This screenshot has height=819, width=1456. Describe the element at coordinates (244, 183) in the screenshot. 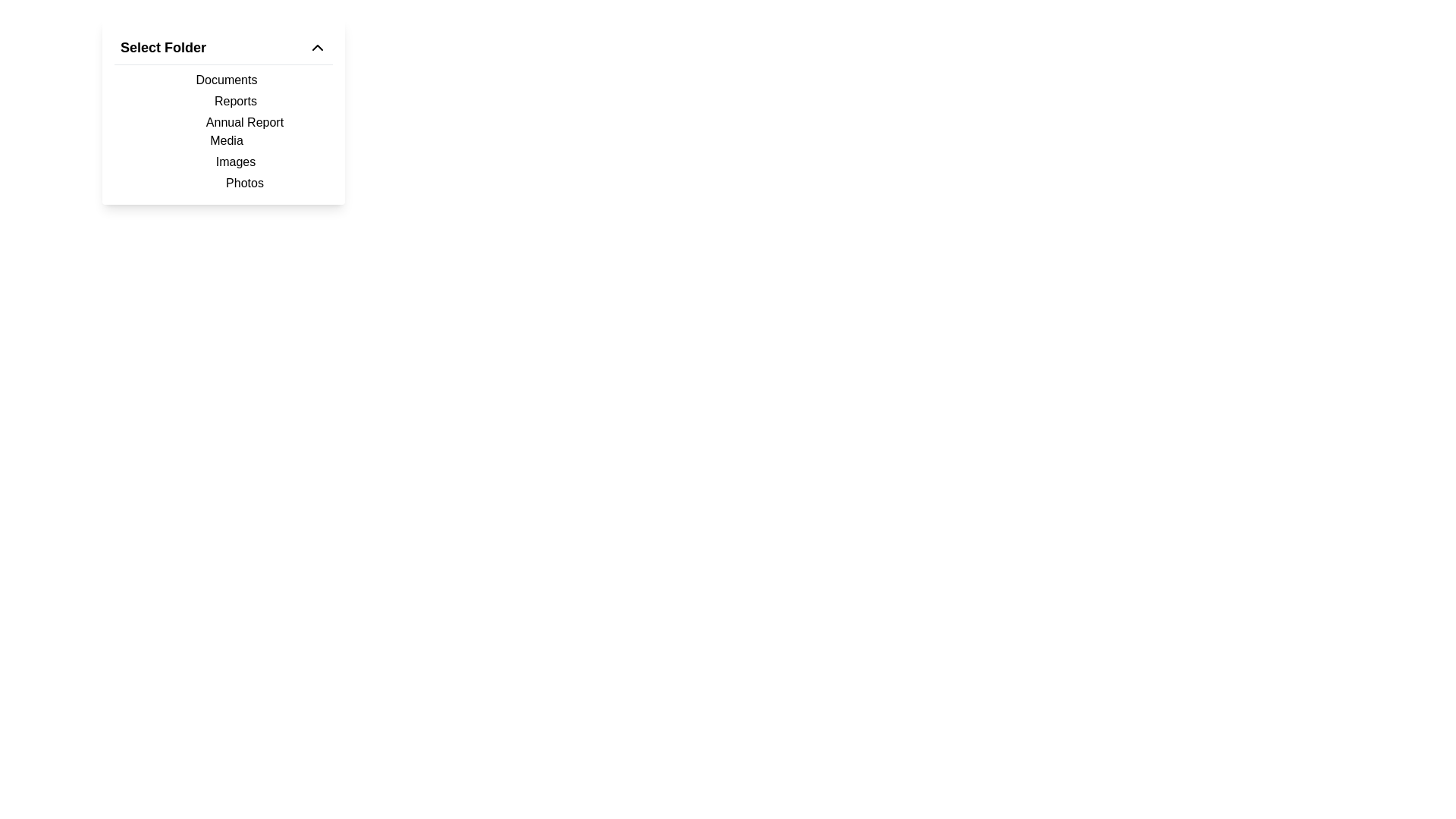

I see `the 'Photos' menu option in the dropdown list` at that location.